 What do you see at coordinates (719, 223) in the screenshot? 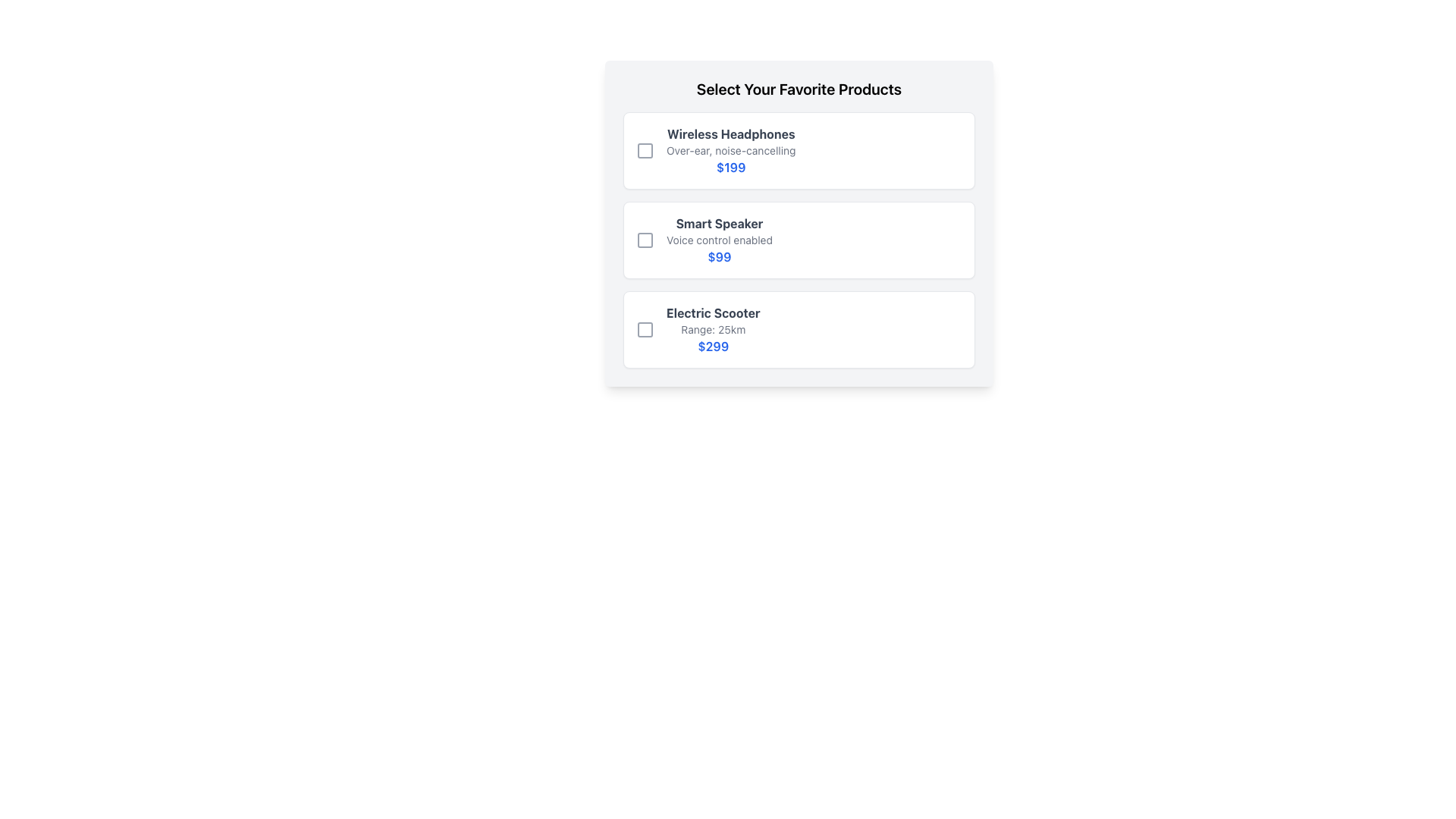
I see `the bold text 'Smart Speaker' displayed in dark gray color, located at the top of the second product card, above the description 'Voice control enabled' and the price '$99'` at bounding box center [719, 223].